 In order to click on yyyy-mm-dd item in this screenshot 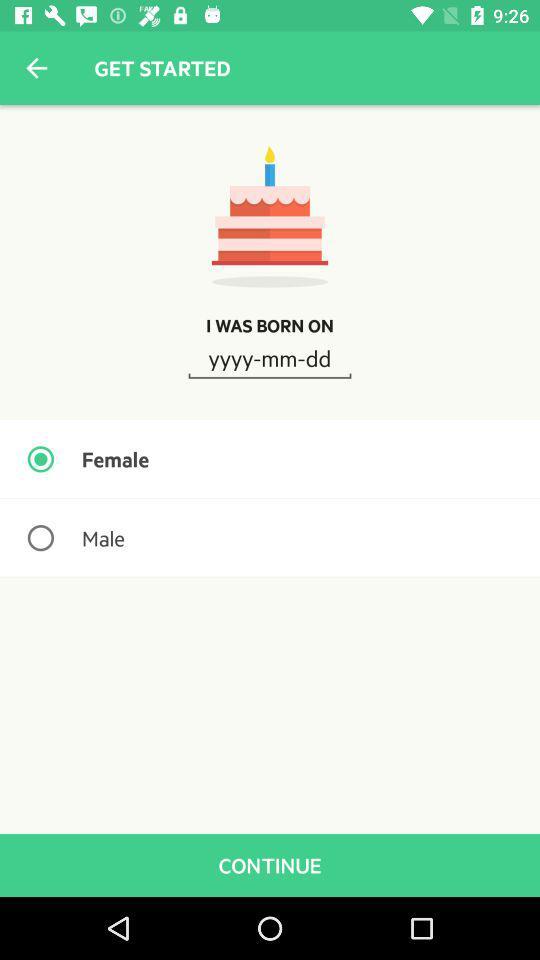, I will do `click(270, 357)`.